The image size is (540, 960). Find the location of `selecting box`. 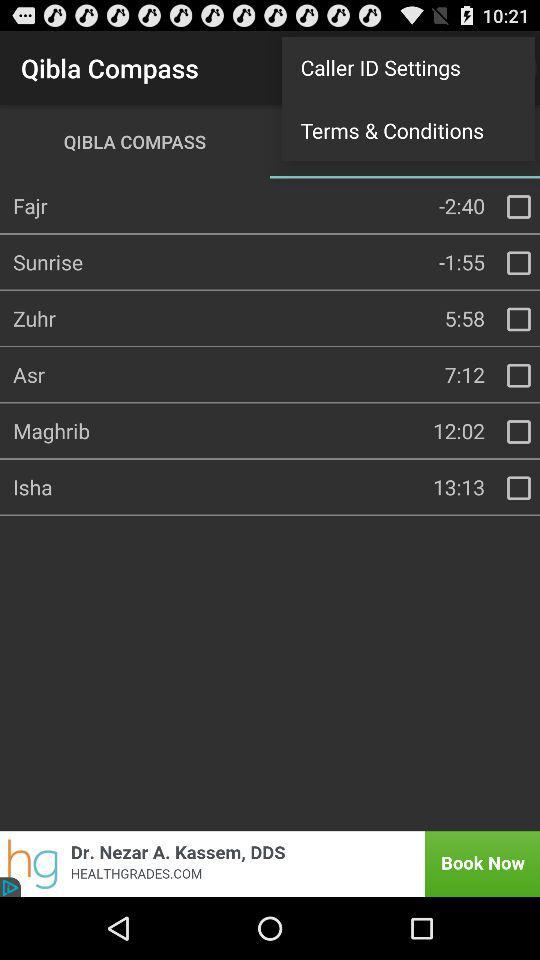

selecting box is located at coordinates (518, 206).